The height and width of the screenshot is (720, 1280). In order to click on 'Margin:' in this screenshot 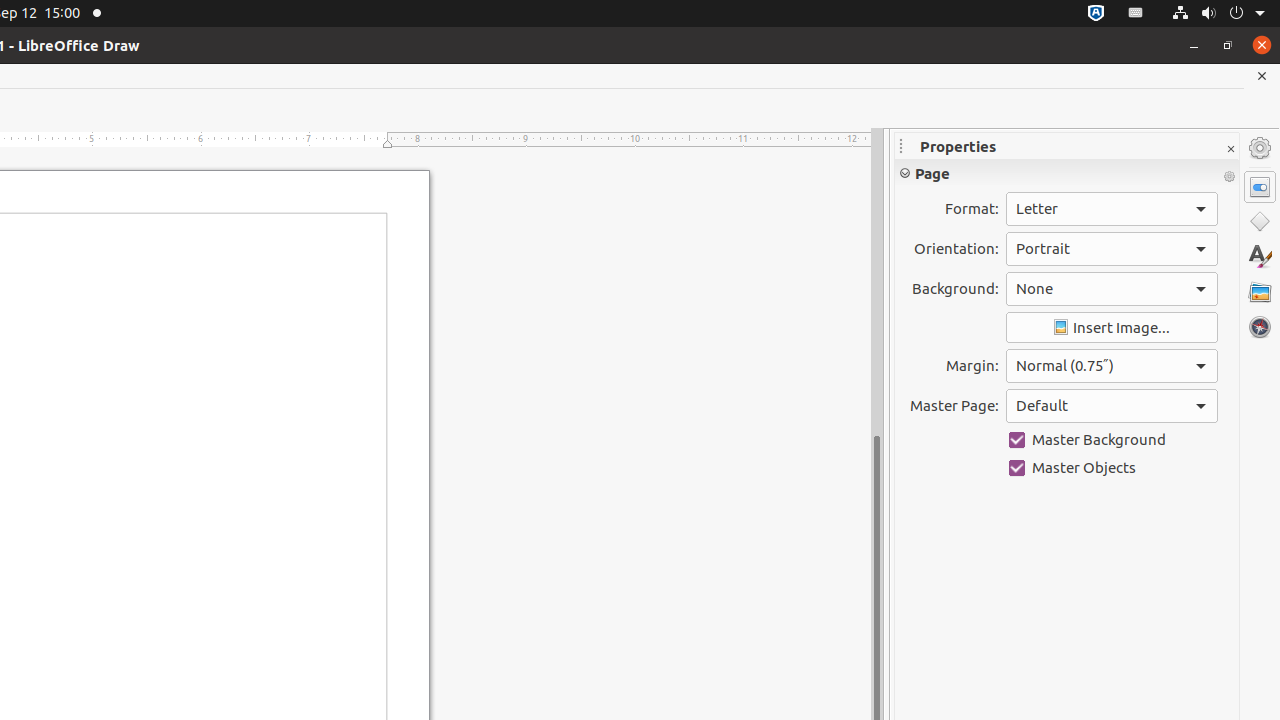, I will do `click(1110, 365)`.